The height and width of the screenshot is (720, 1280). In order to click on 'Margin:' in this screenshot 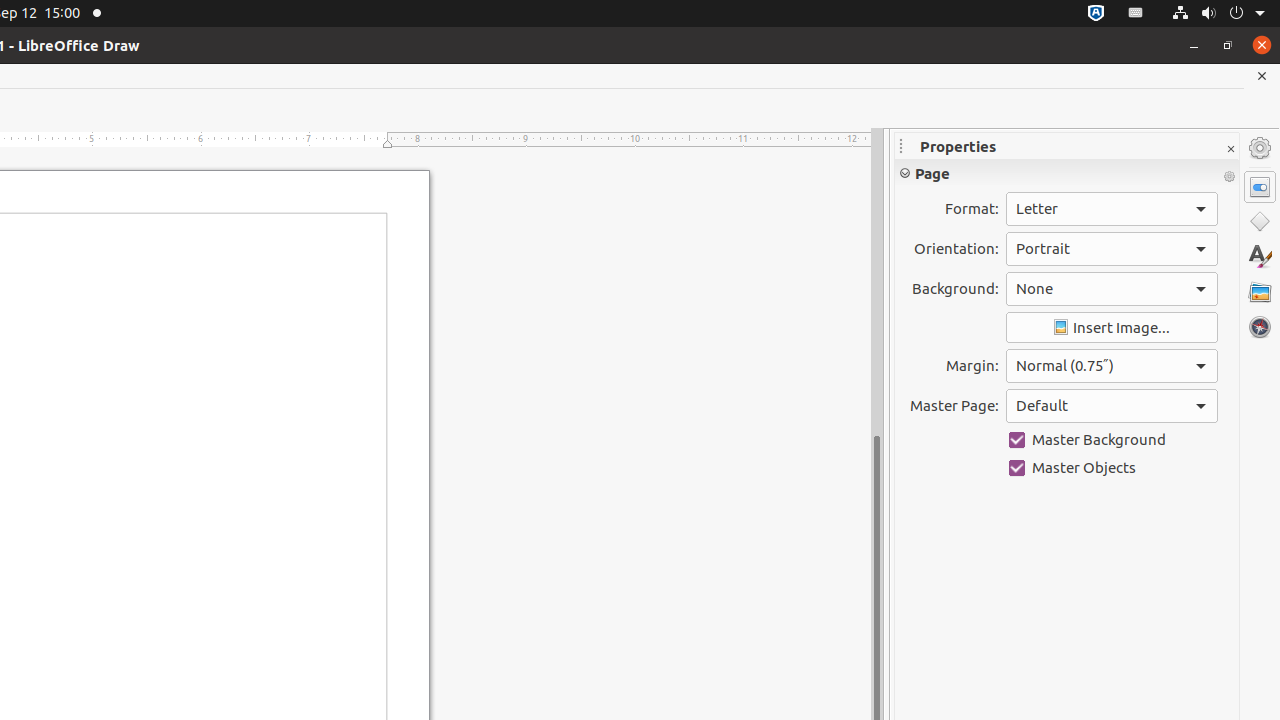, I will do `click(1110, 365)`.